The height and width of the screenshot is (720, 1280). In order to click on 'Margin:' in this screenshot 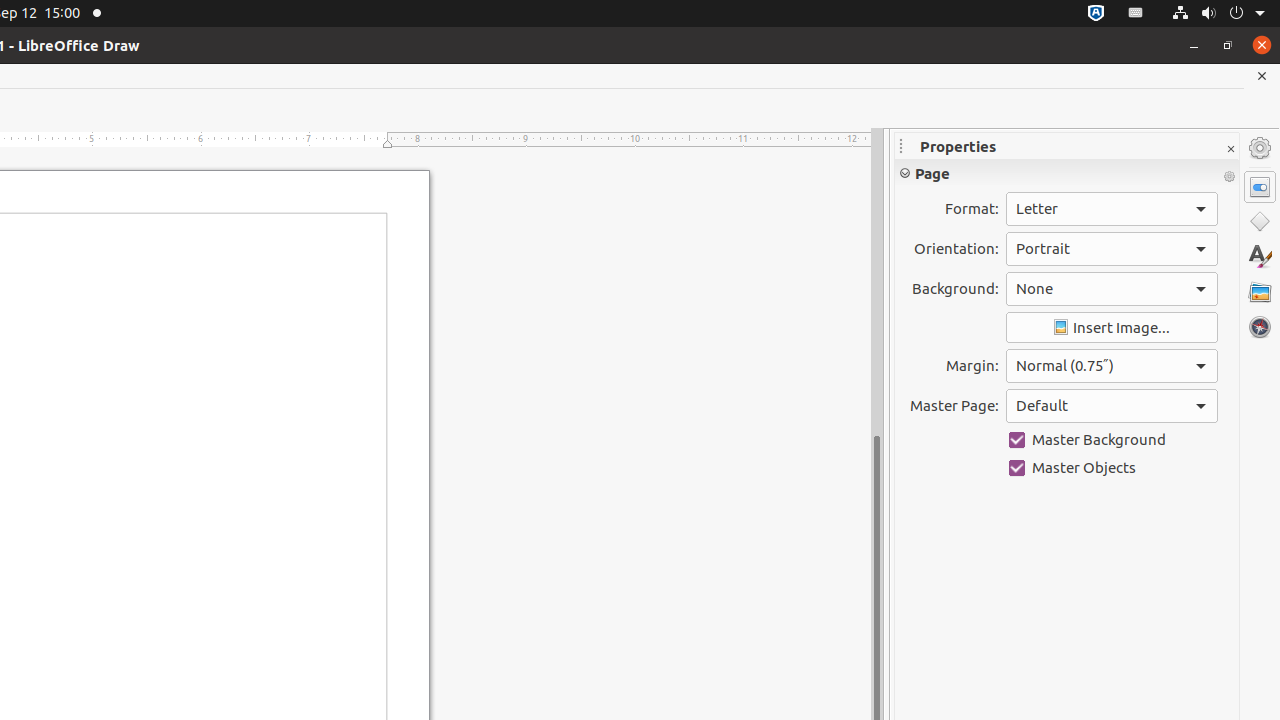, I will do `click(1110, 365)`.